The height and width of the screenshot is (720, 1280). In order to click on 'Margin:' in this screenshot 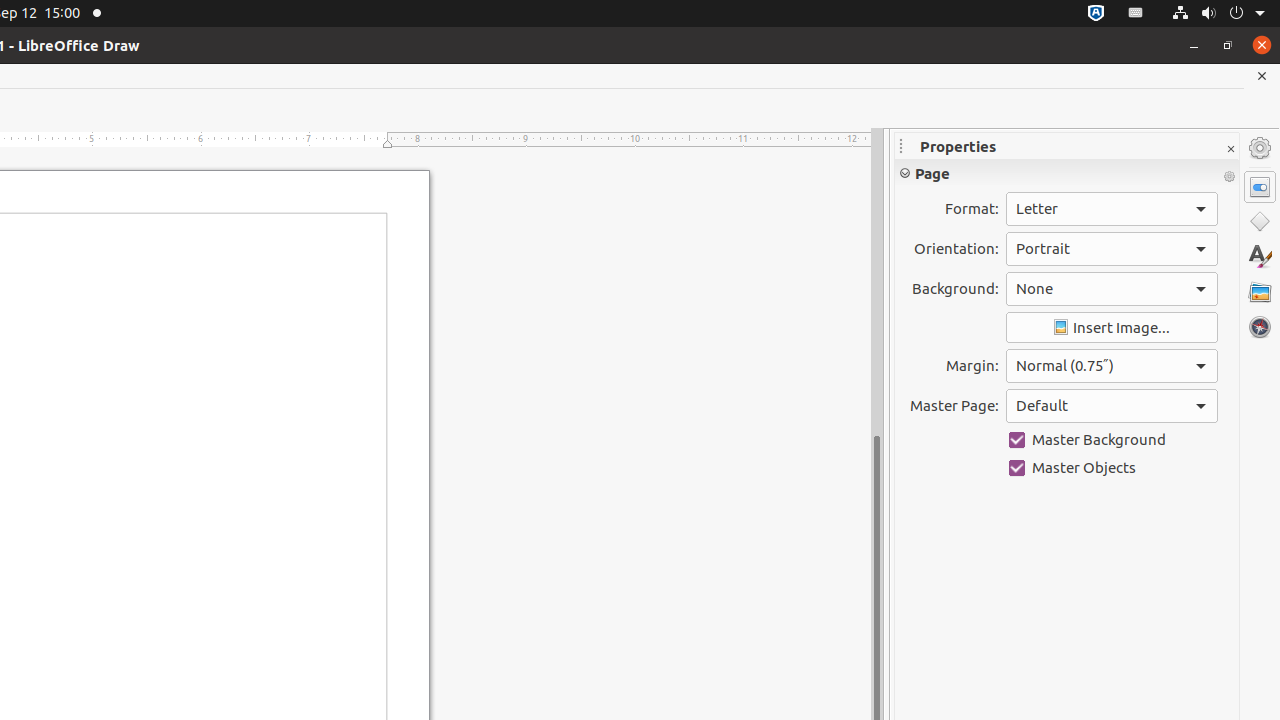, I will do `click(1110, 365)`.